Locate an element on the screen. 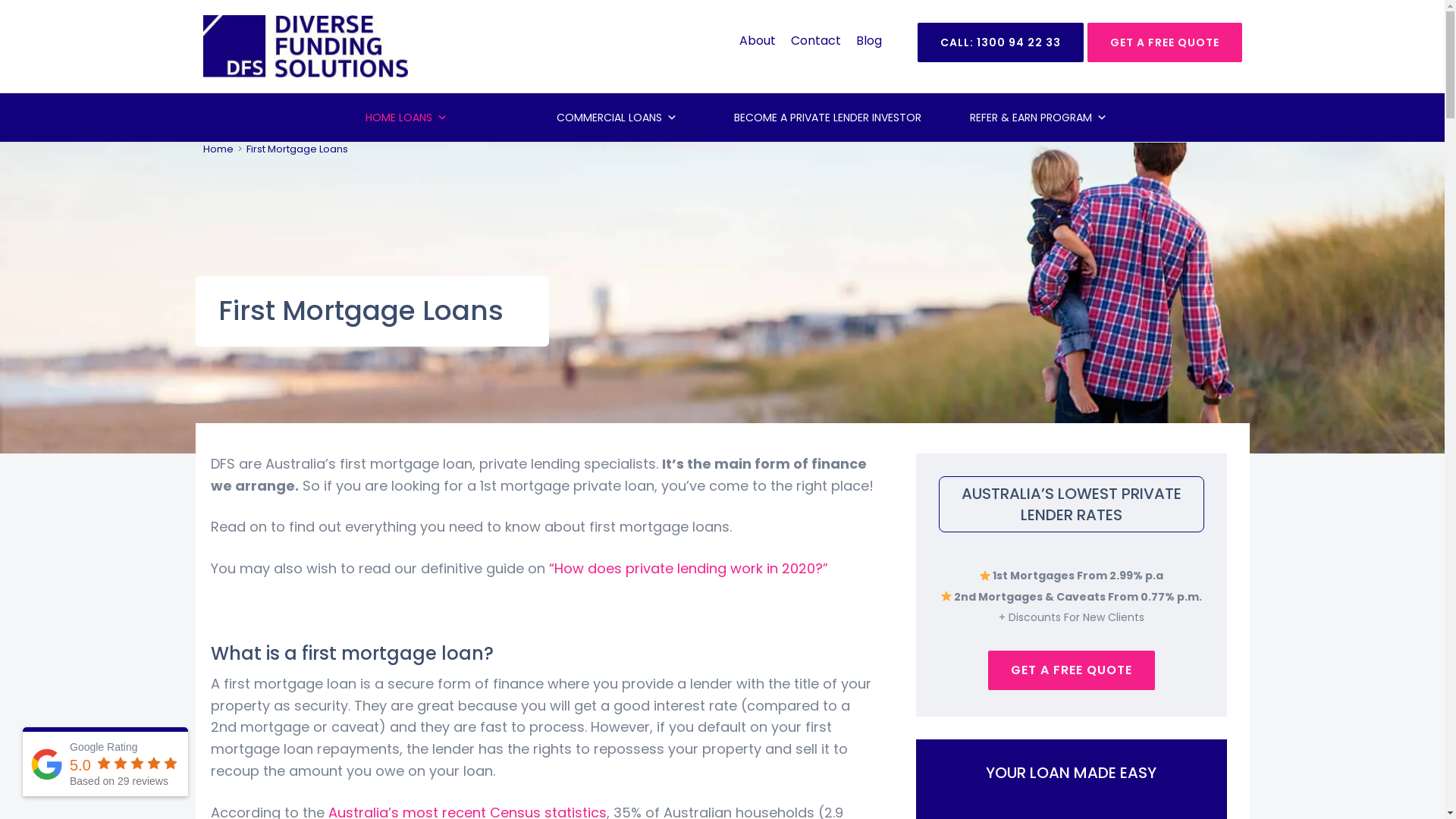 The width and height of the screenshot is (1456, 819). 'BECOME A PRIVATE LENDER INVESTOR' is located at coordinates (826, 116).